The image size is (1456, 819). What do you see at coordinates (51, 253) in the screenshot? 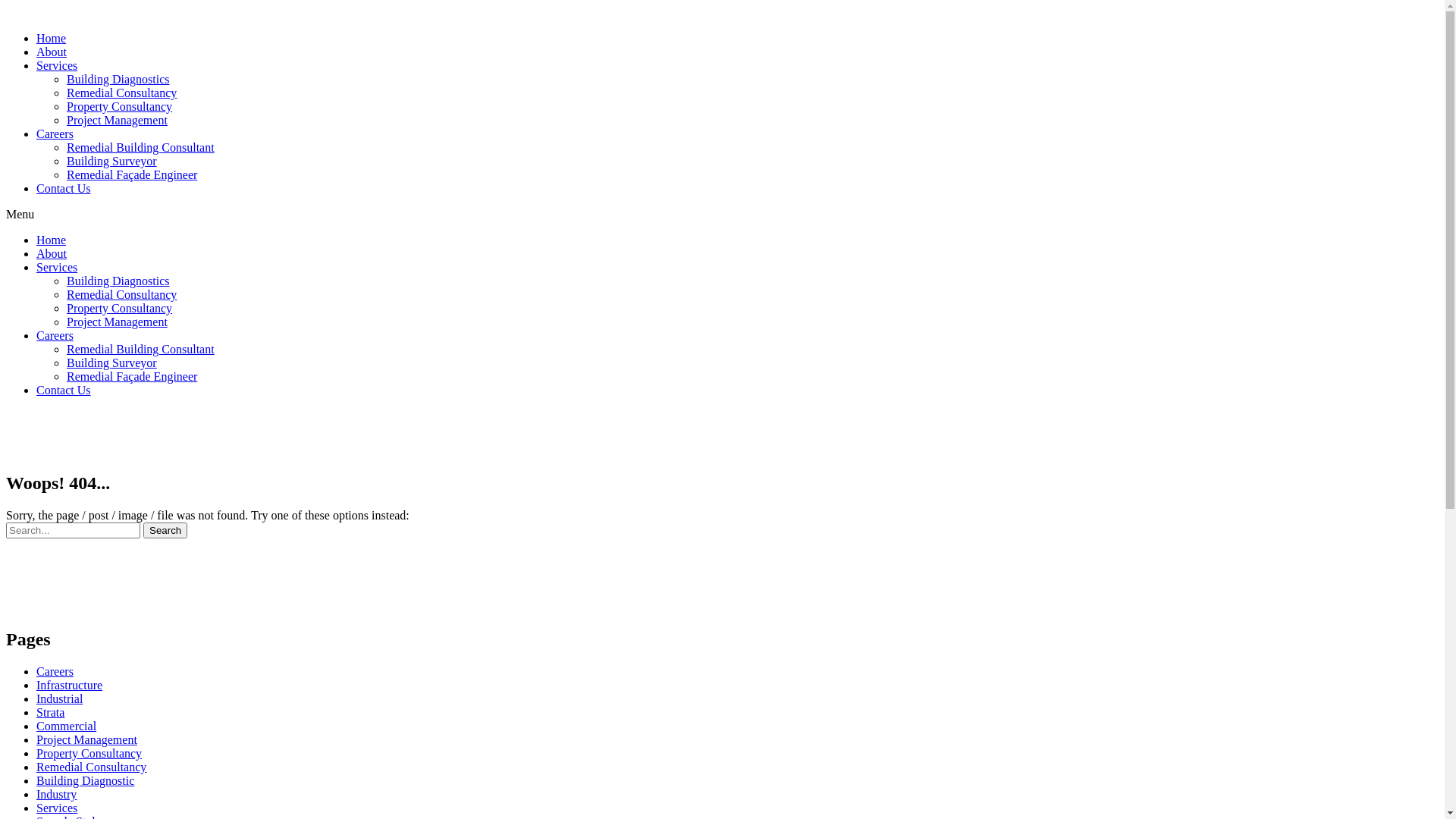
I see `'About'` at bounding box center [51, 253].